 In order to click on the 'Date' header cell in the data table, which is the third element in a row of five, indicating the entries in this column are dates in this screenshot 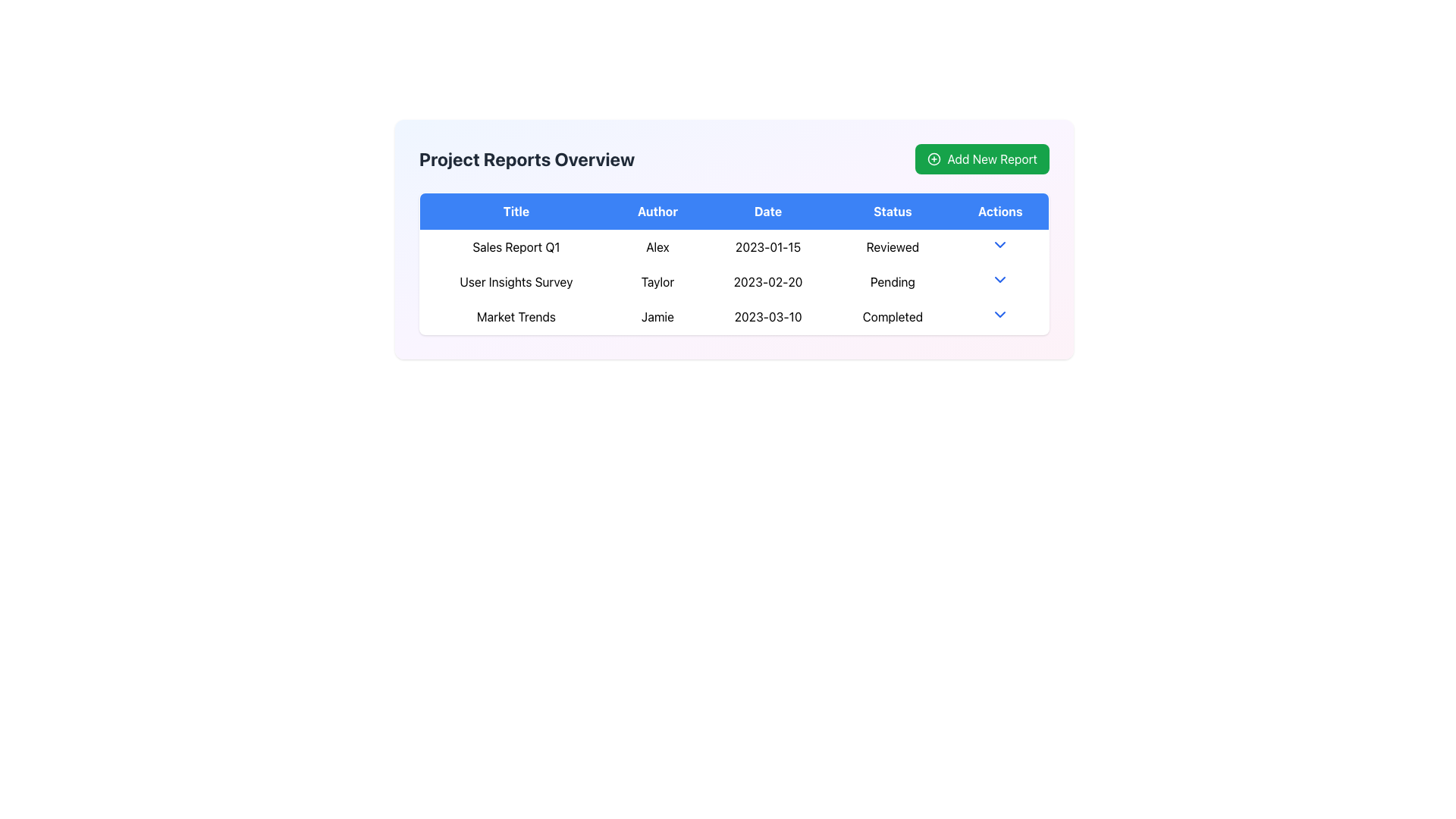, I will do `click(767, 211)`.